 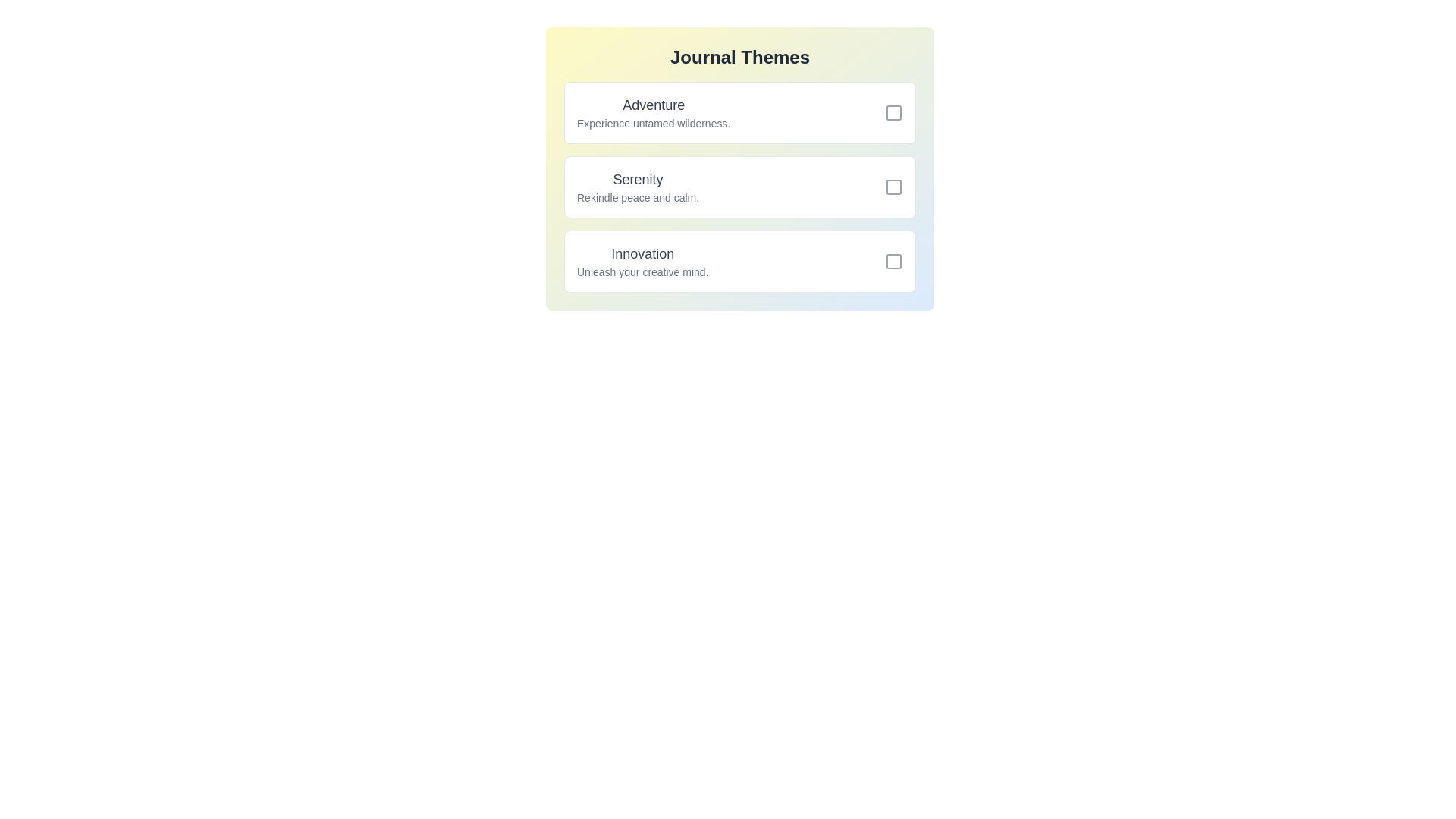 What do you see at coordinates (894, 112) in the screenshot?
I see `the interactive checkbox for the 'Adventure' option located in the upper-right corner of the card labeled 'Adventure' within the 'Journal Themes' section` at bounding box center [894, 112].